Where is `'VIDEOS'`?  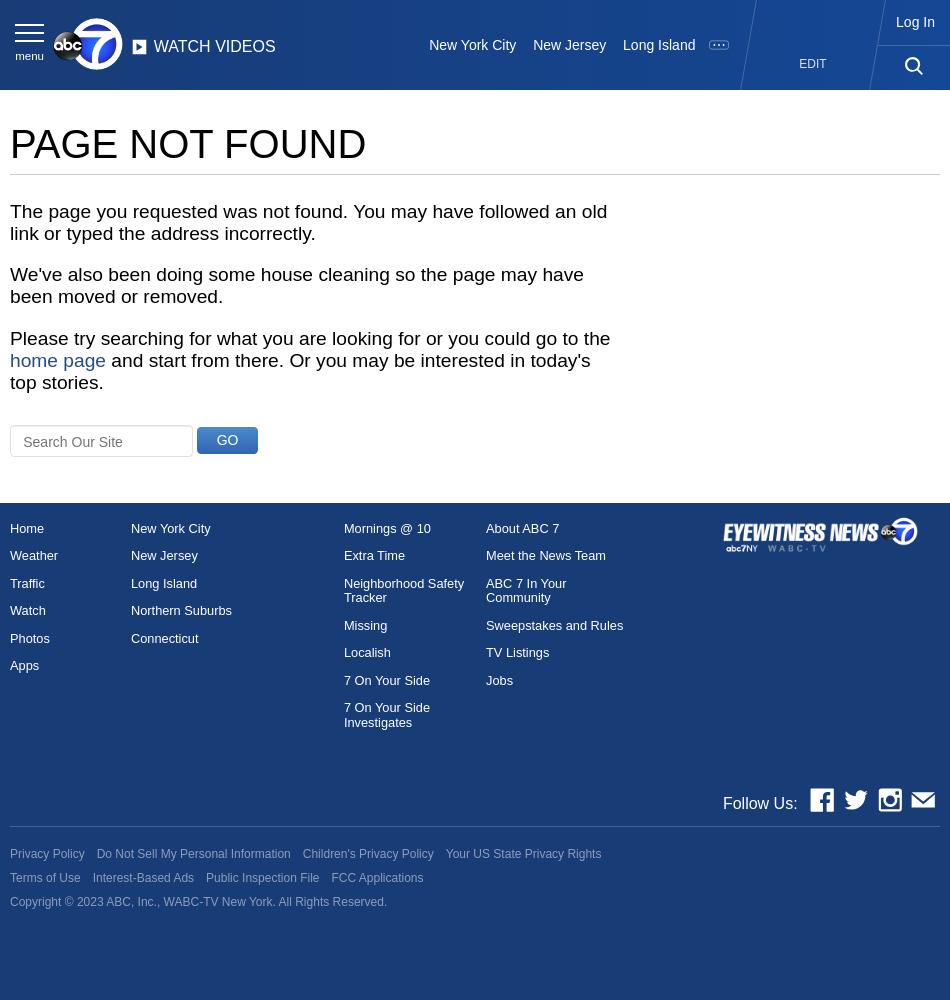
'VIDEOS' is located at coordinates (214, 46).